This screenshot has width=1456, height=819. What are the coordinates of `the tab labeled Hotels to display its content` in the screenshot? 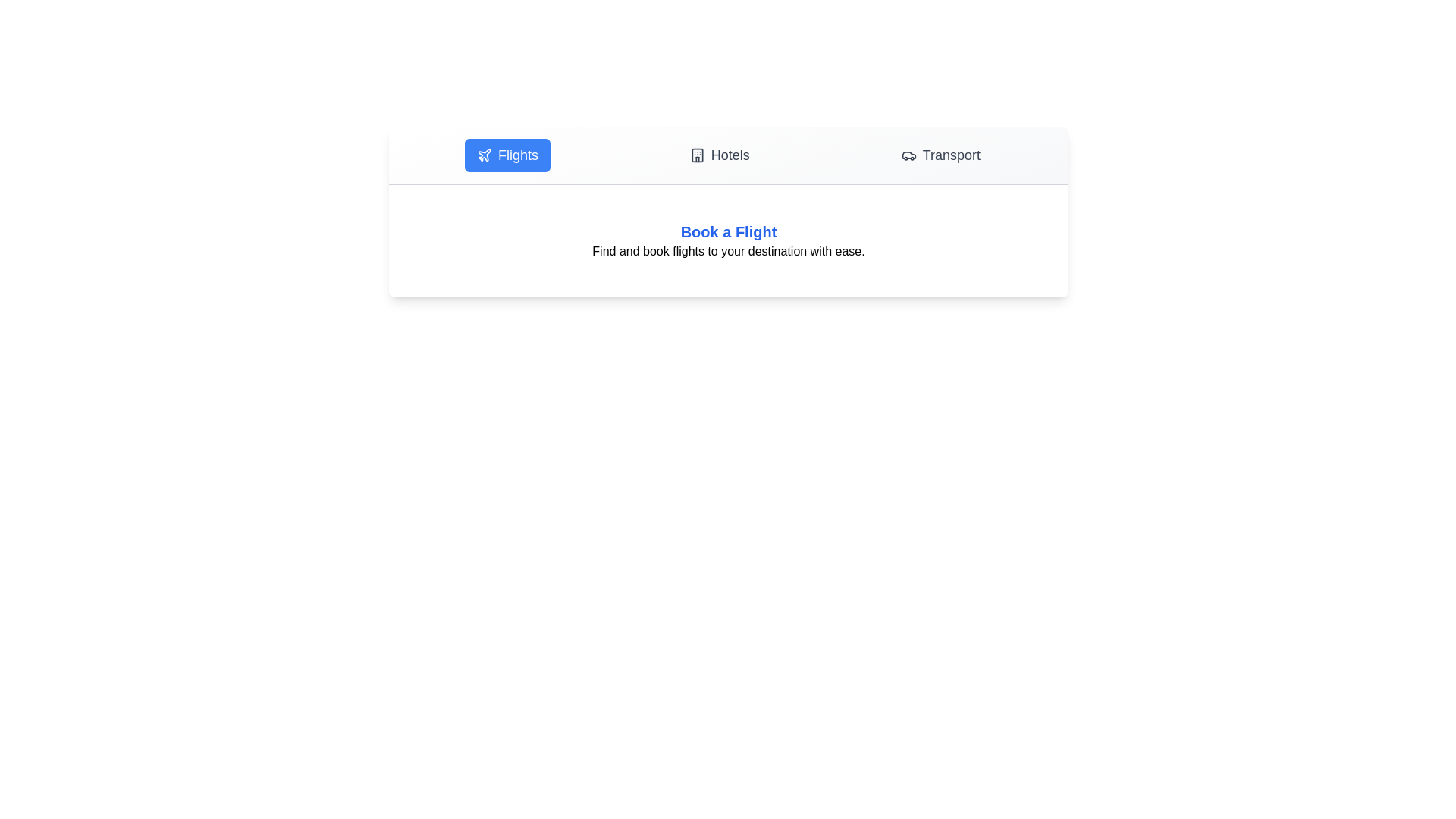 It's located at (719, 155).